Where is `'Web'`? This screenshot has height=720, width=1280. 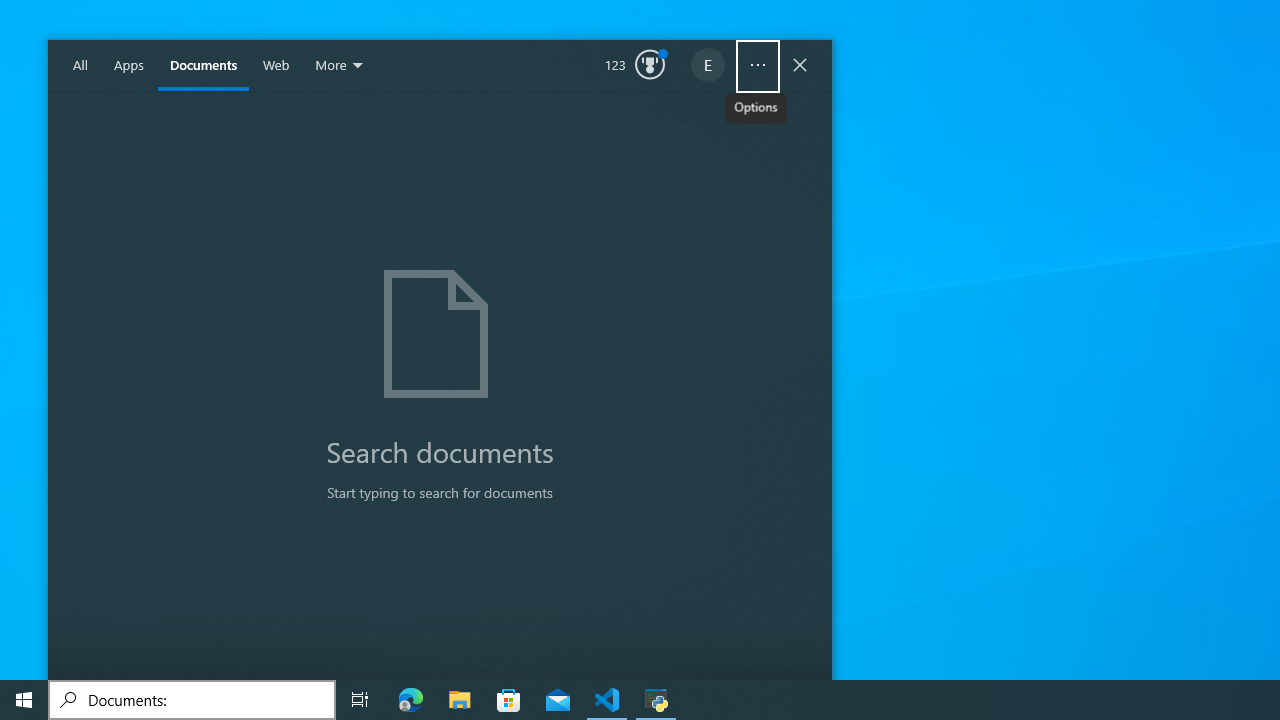
'Web' is located at coordinates (275, 65).